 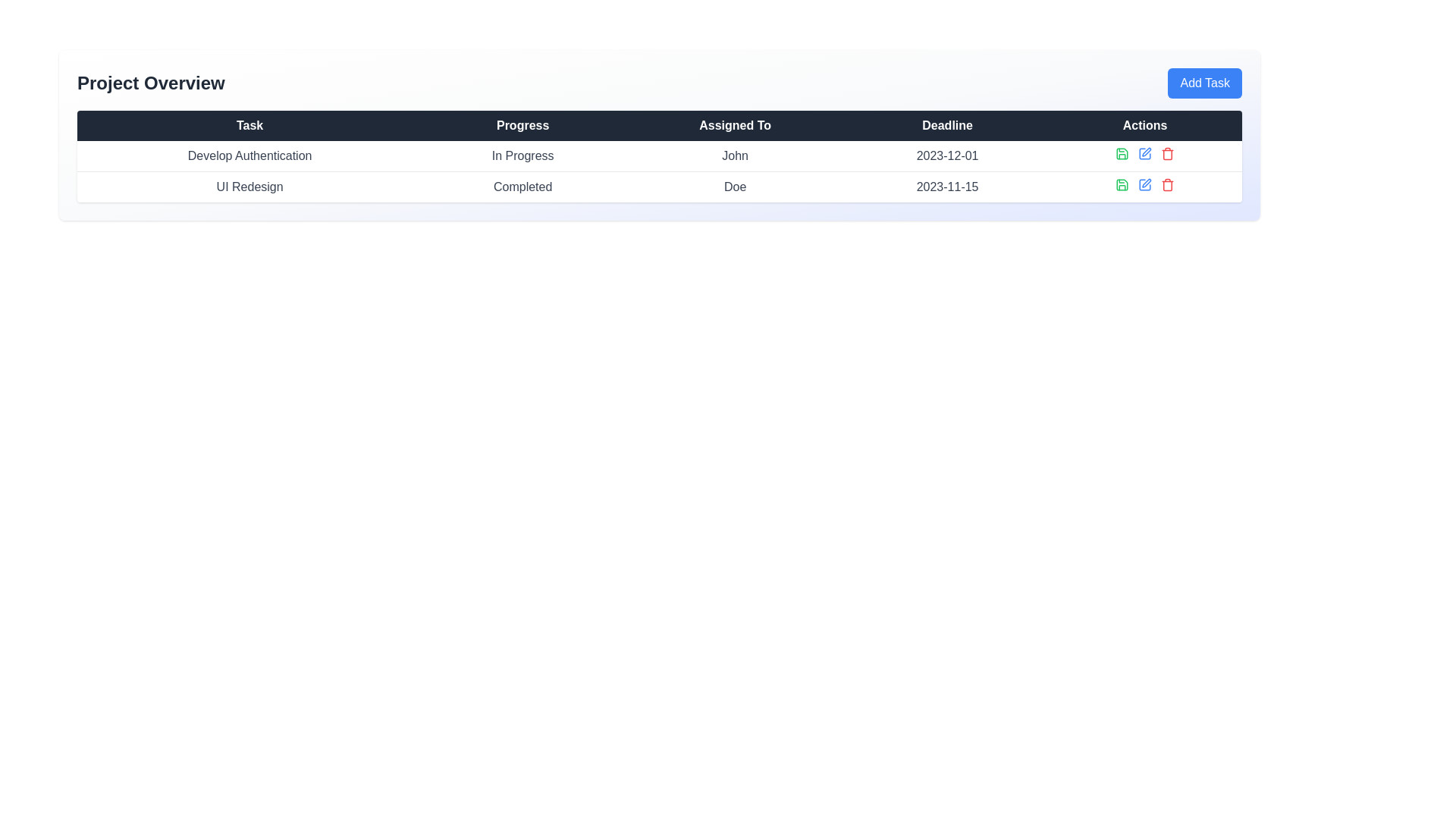 I want to click on the small pen icon located in the Actions column of the second row of the table, so click(x=1147, y=182).